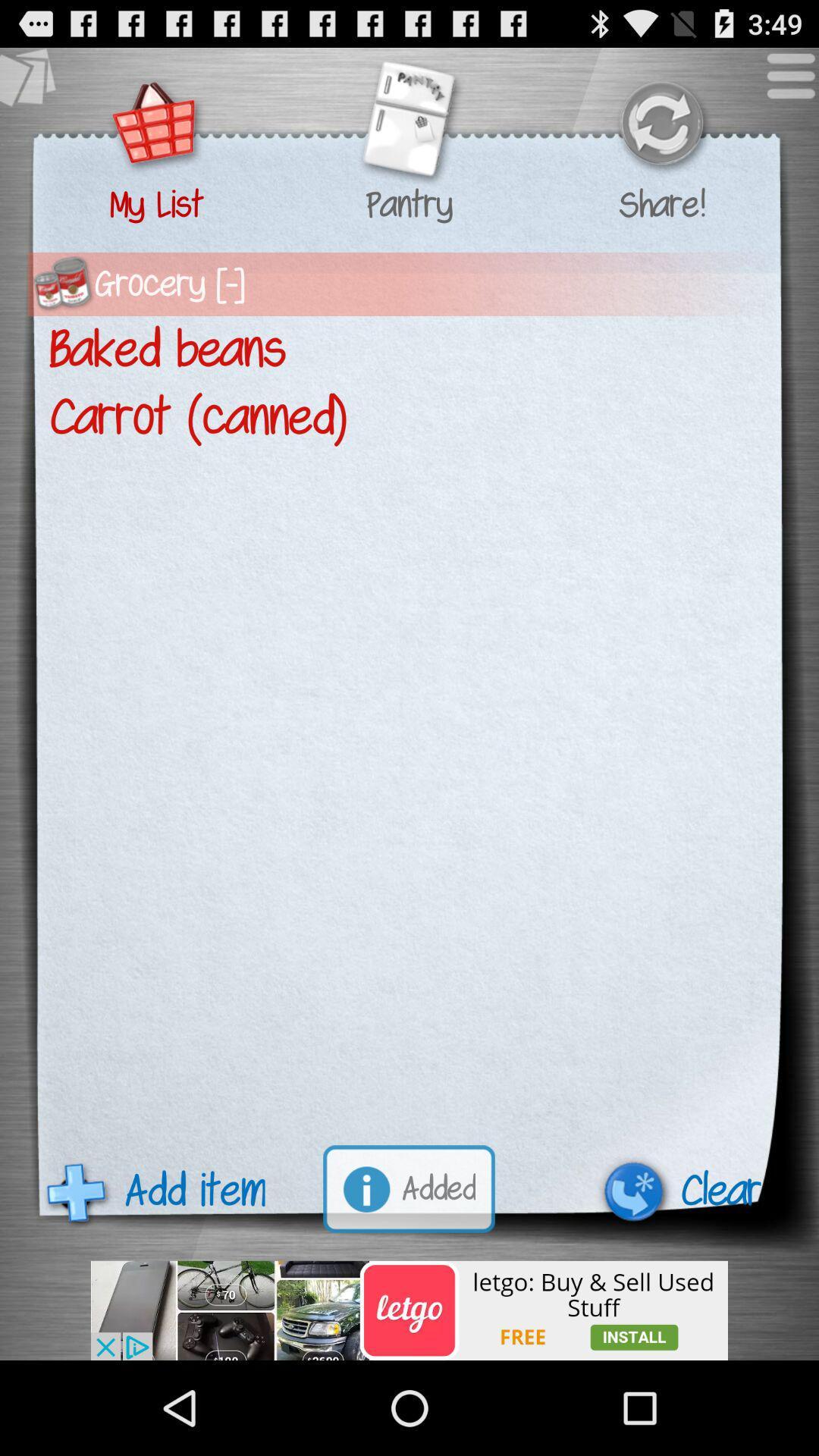 The height and width of the screenshot is (1456, 819). What do you see at coordinates (156, 125) in the screenshot?
I see `open shop list` at bounding box center [156, 125].